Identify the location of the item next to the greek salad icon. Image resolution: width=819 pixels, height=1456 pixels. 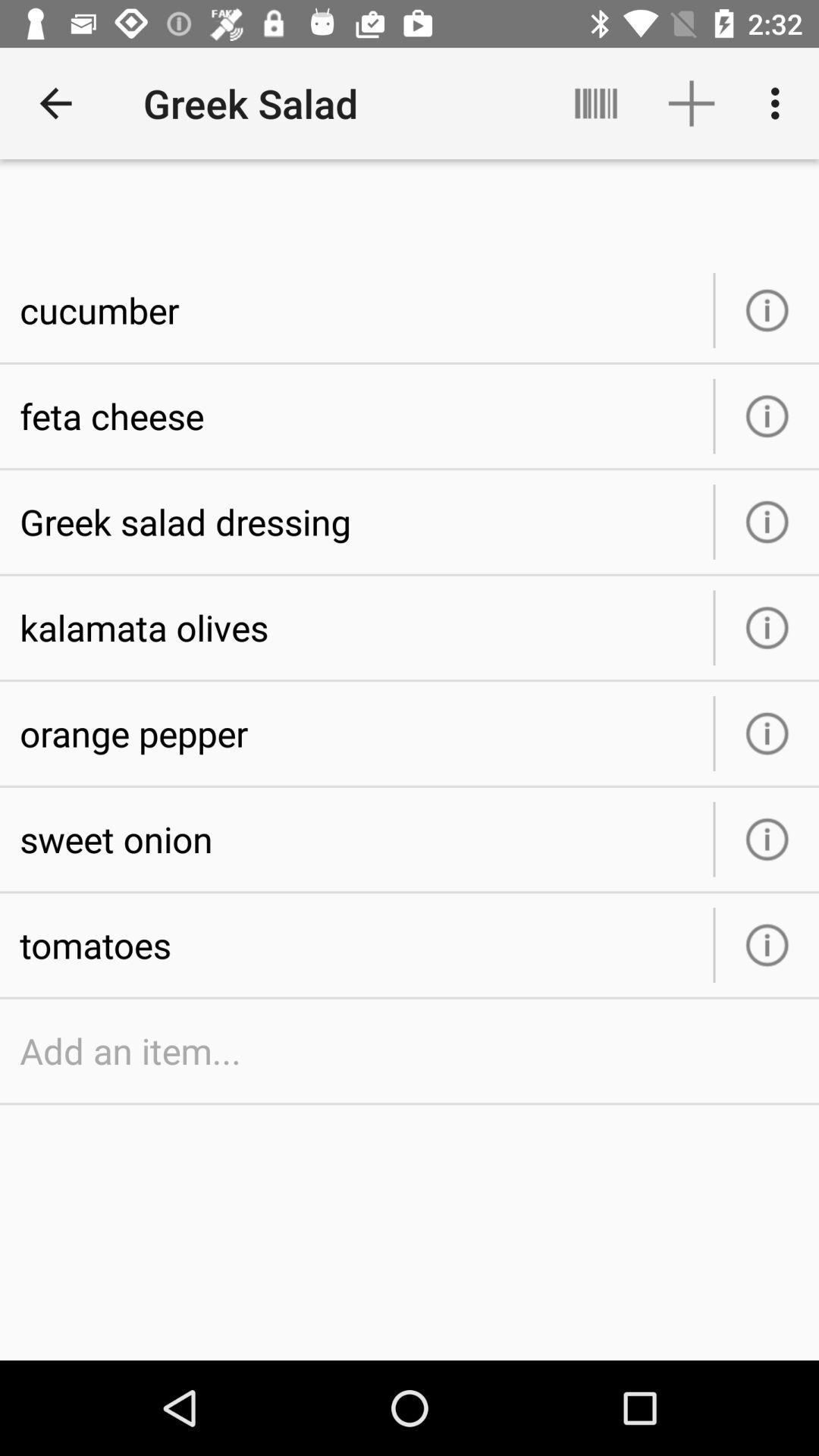
(595, 102).